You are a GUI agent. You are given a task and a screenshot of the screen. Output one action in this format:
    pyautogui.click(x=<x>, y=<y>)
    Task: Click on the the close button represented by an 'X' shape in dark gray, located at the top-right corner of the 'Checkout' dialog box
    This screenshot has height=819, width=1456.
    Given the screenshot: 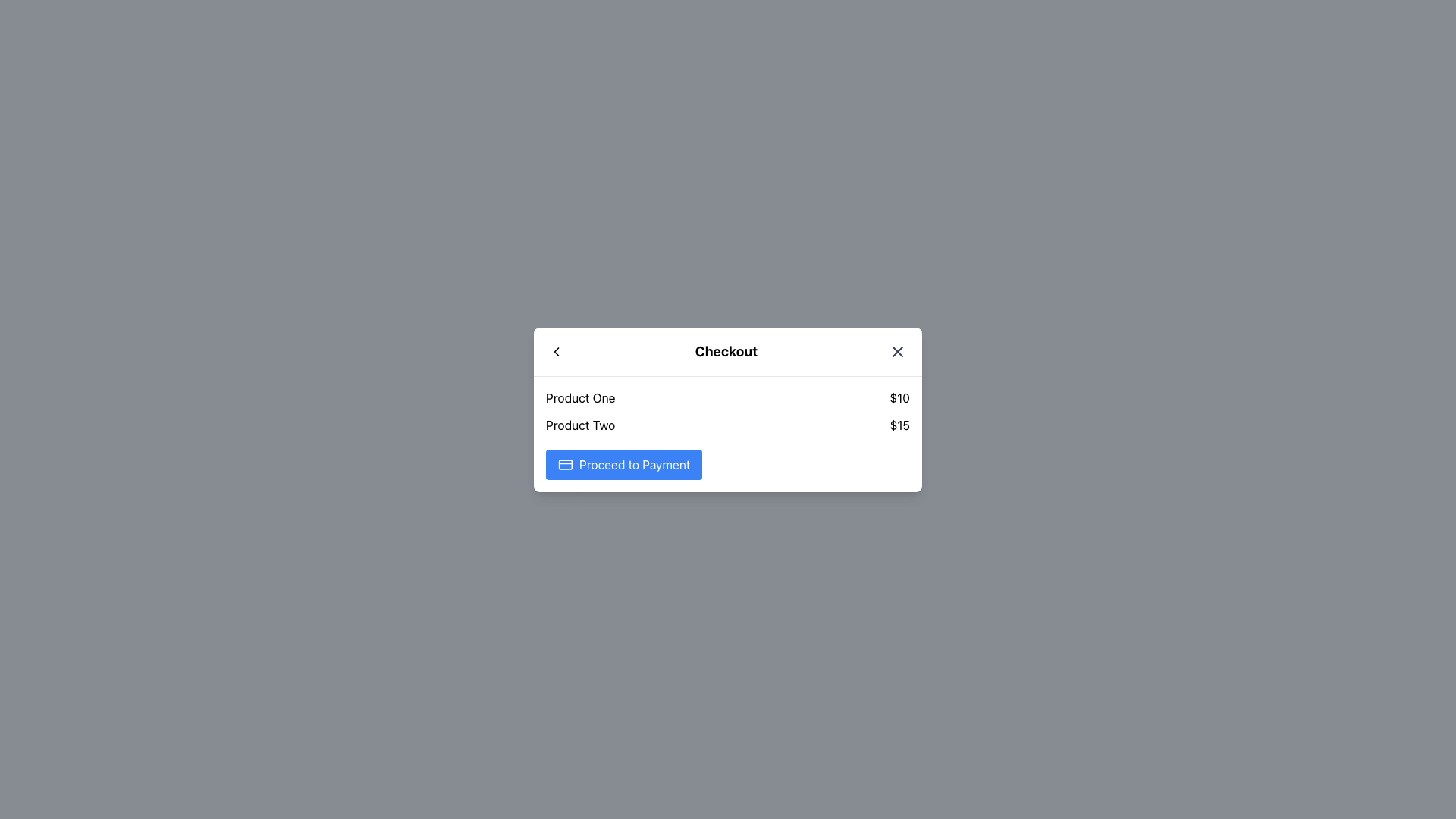 What is the action you would take?
    pyautogui.click(x=898, y=351)
    